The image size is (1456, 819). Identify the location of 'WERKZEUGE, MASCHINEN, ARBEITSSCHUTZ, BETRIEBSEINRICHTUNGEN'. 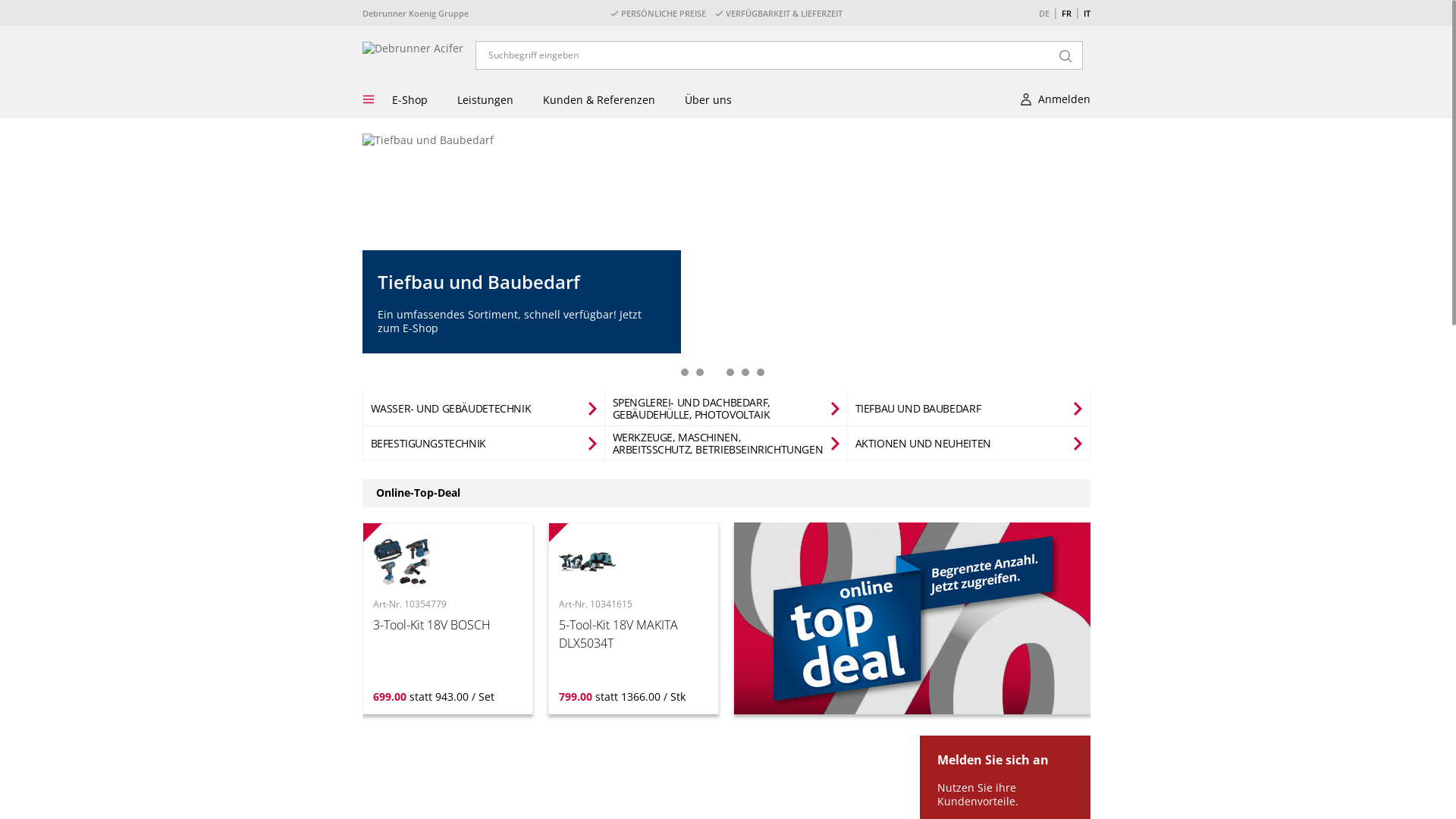
(725, 444).